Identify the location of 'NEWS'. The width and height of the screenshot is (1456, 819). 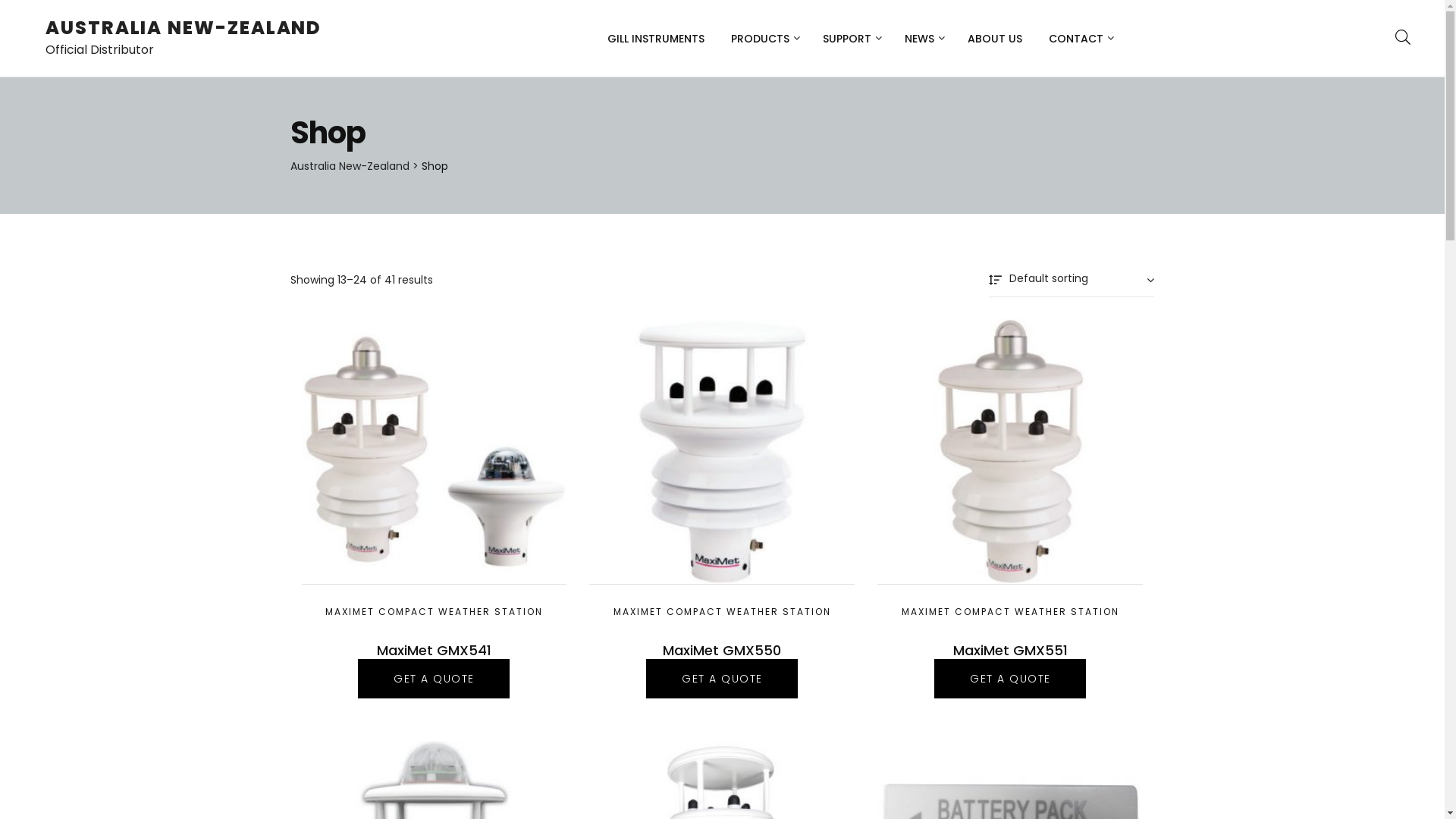
(922, 37).